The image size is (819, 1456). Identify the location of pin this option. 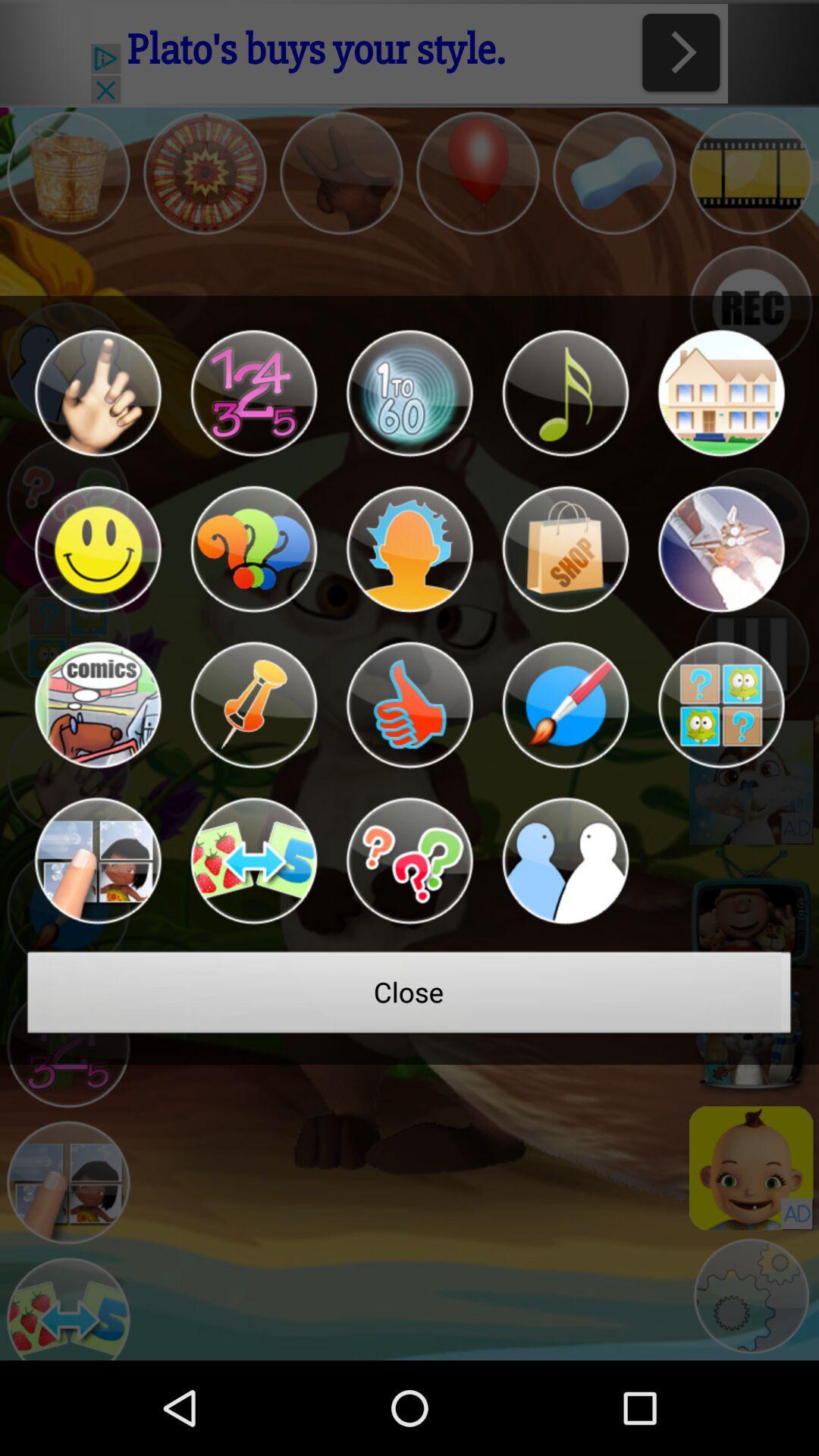
(253, 704).